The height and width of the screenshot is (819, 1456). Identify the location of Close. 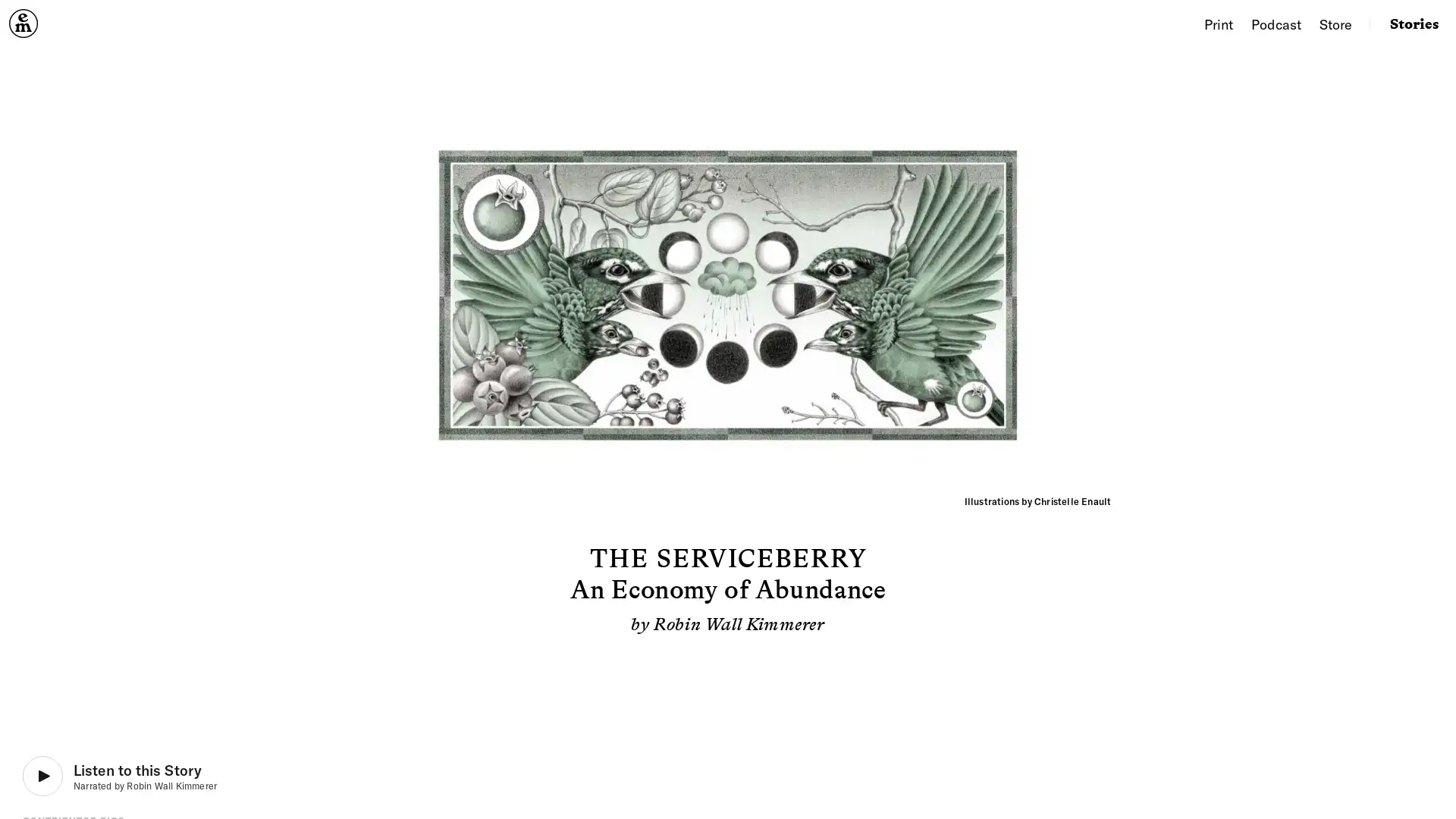
(905, 278).